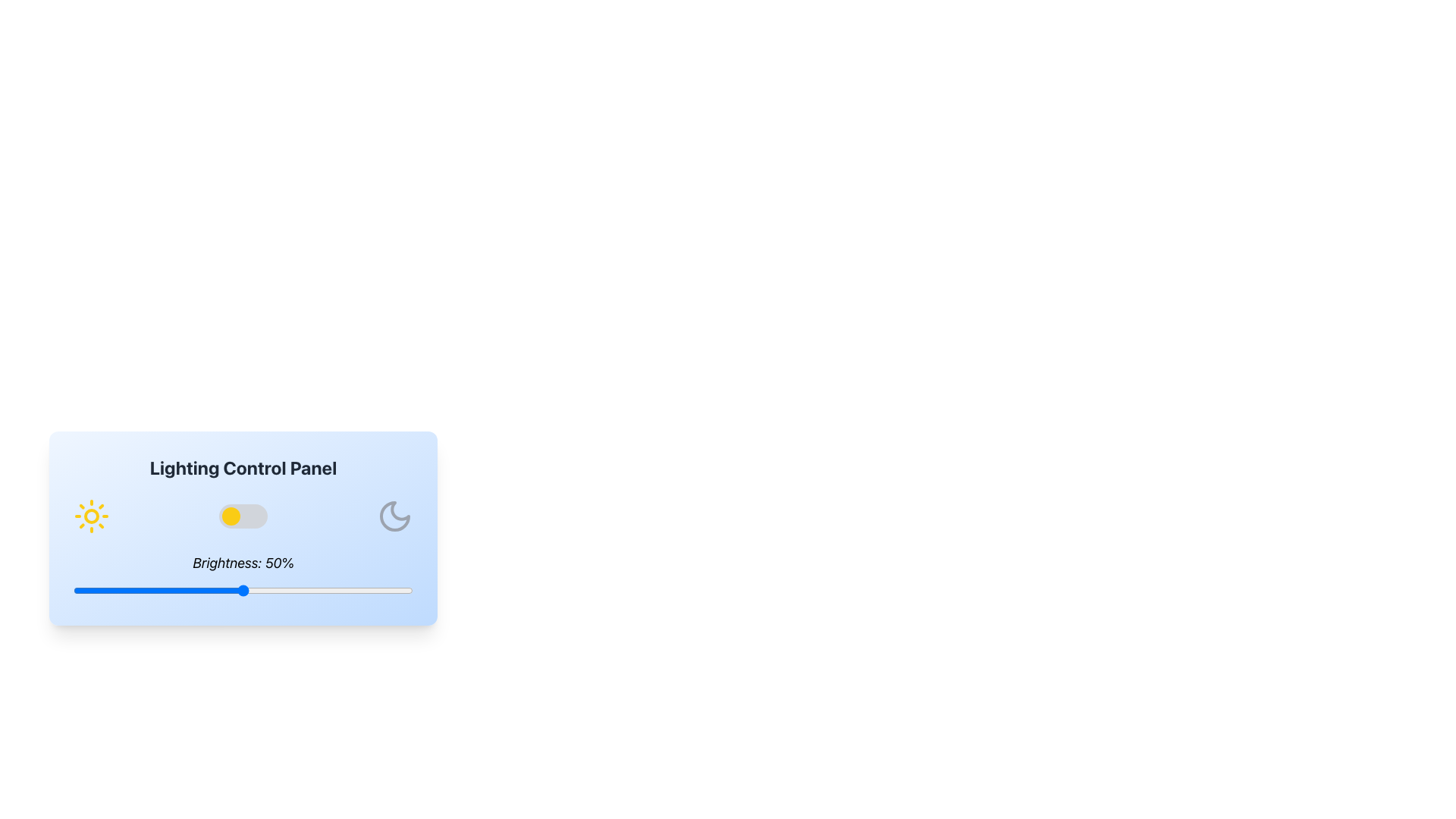 This screenshot has width=1456, height=819. Describe the element at coordinates (395, 516) in the screenshot. I see `the nighttime icon` at that location.